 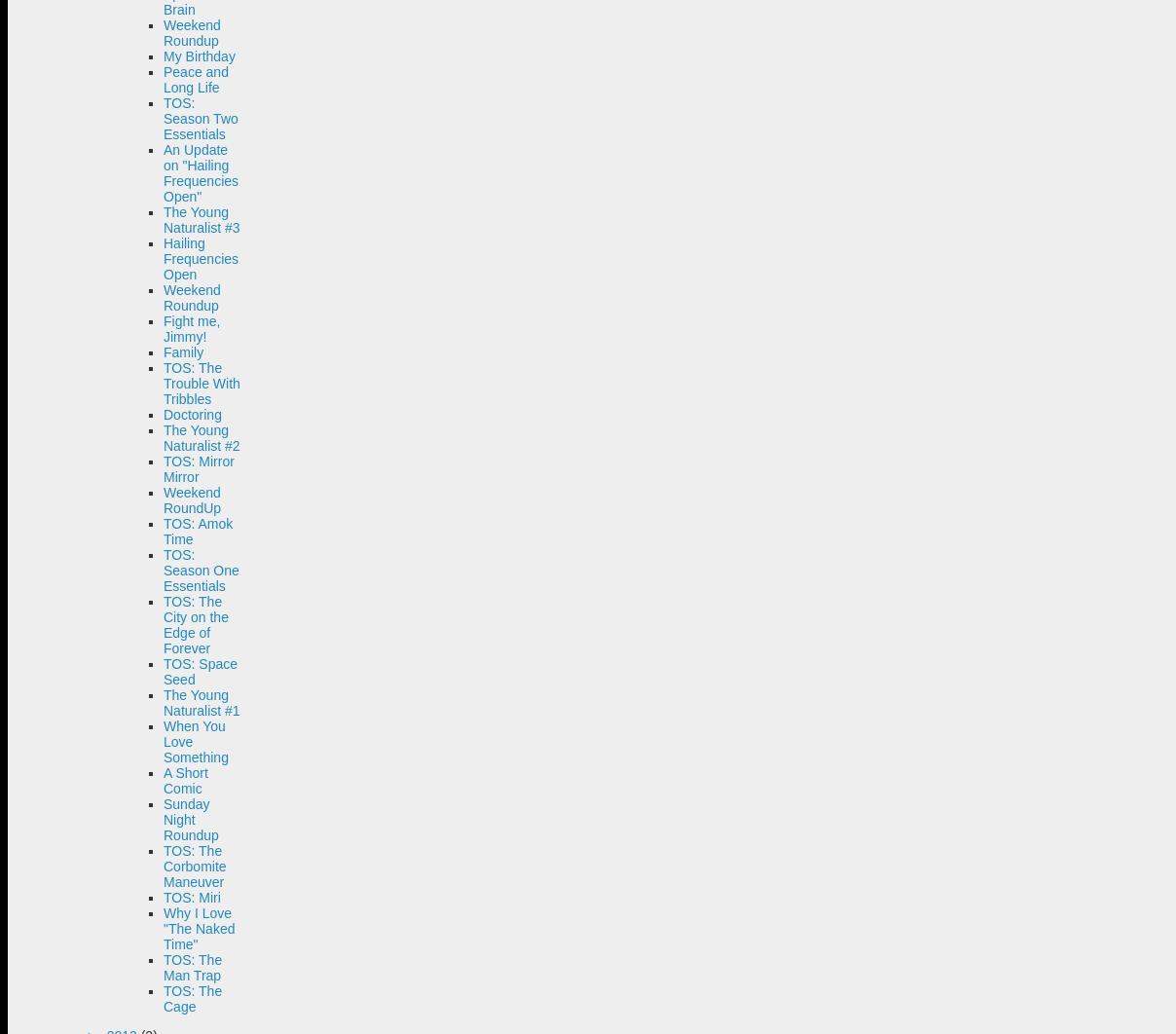 What do you see at coordinates (199, 927) in the screenshot?
I see `'Why I Love "The Naked Time"'` at bounding box center [199, 927].